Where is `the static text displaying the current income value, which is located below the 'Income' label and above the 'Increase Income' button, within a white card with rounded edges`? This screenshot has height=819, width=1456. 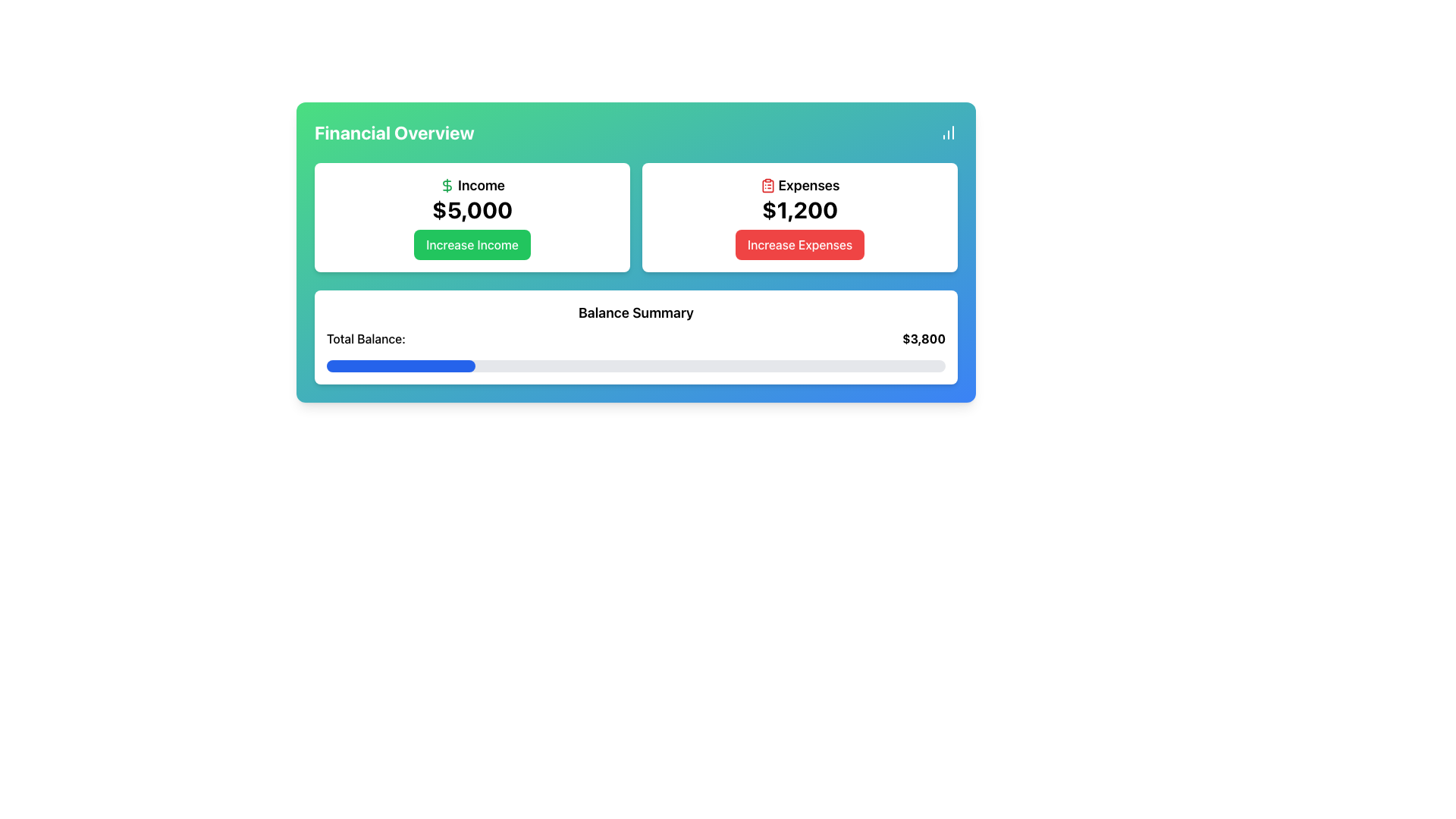 the static text displaying the current income value, which is located below the 'Income' label and above the 'Increase Income' button, within a white card with rounded edges is located at coordinates (472, 210).